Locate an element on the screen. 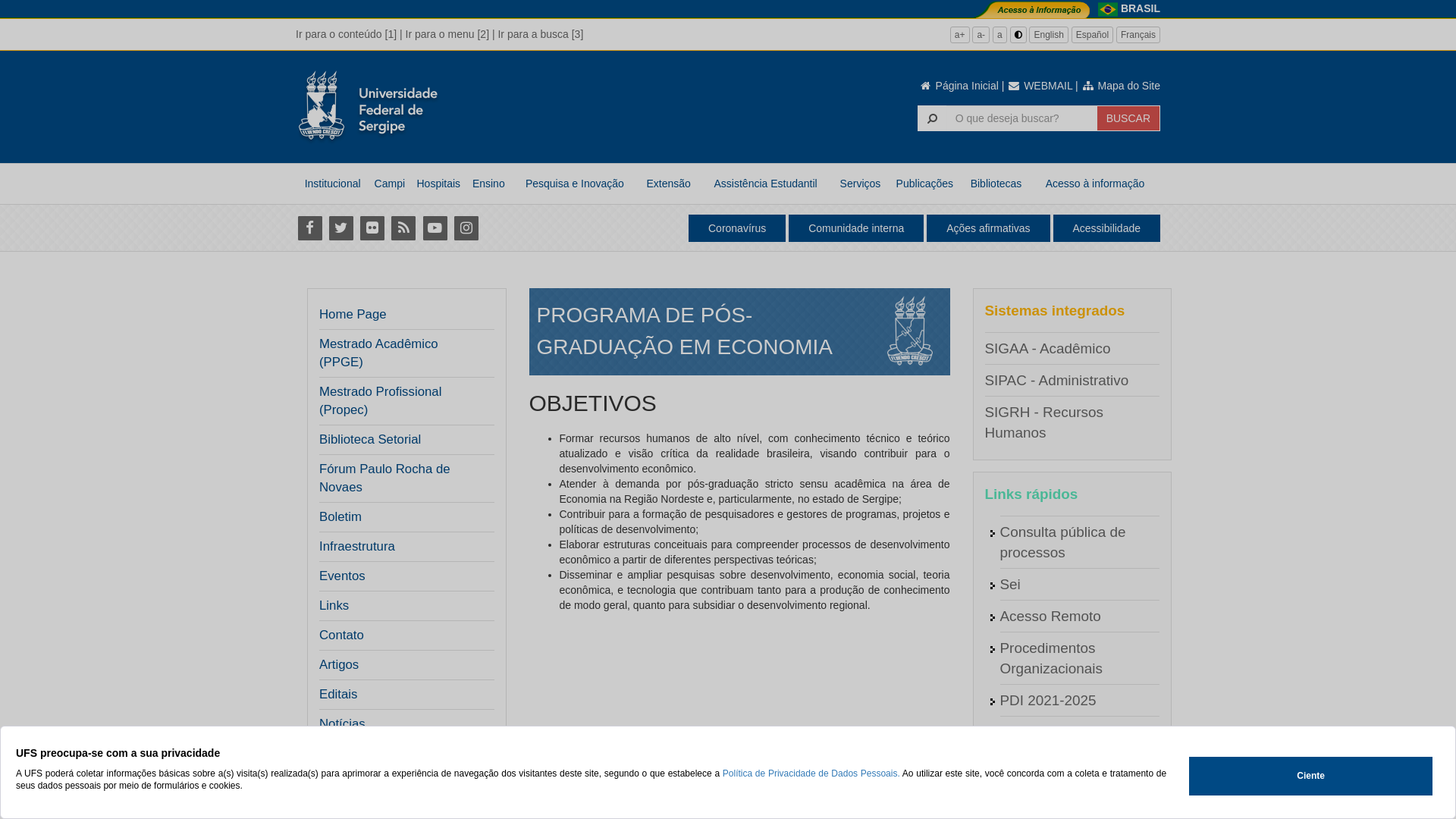  'Procedimentos Organizacionais' is located at coordinates (1050, 657).